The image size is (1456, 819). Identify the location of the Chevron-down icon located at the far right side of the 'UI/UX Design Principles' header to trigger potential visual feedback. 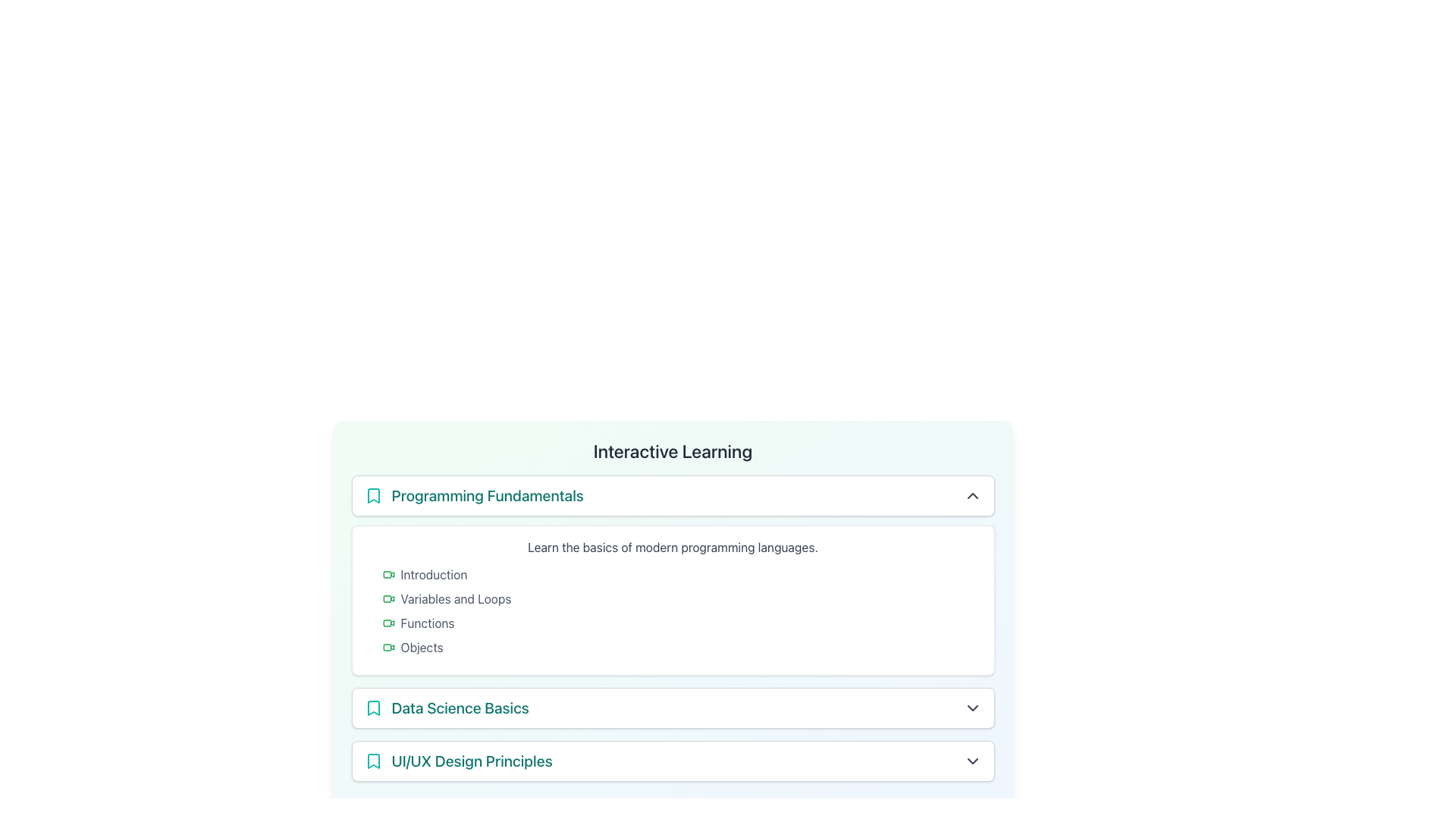
(972, 761).